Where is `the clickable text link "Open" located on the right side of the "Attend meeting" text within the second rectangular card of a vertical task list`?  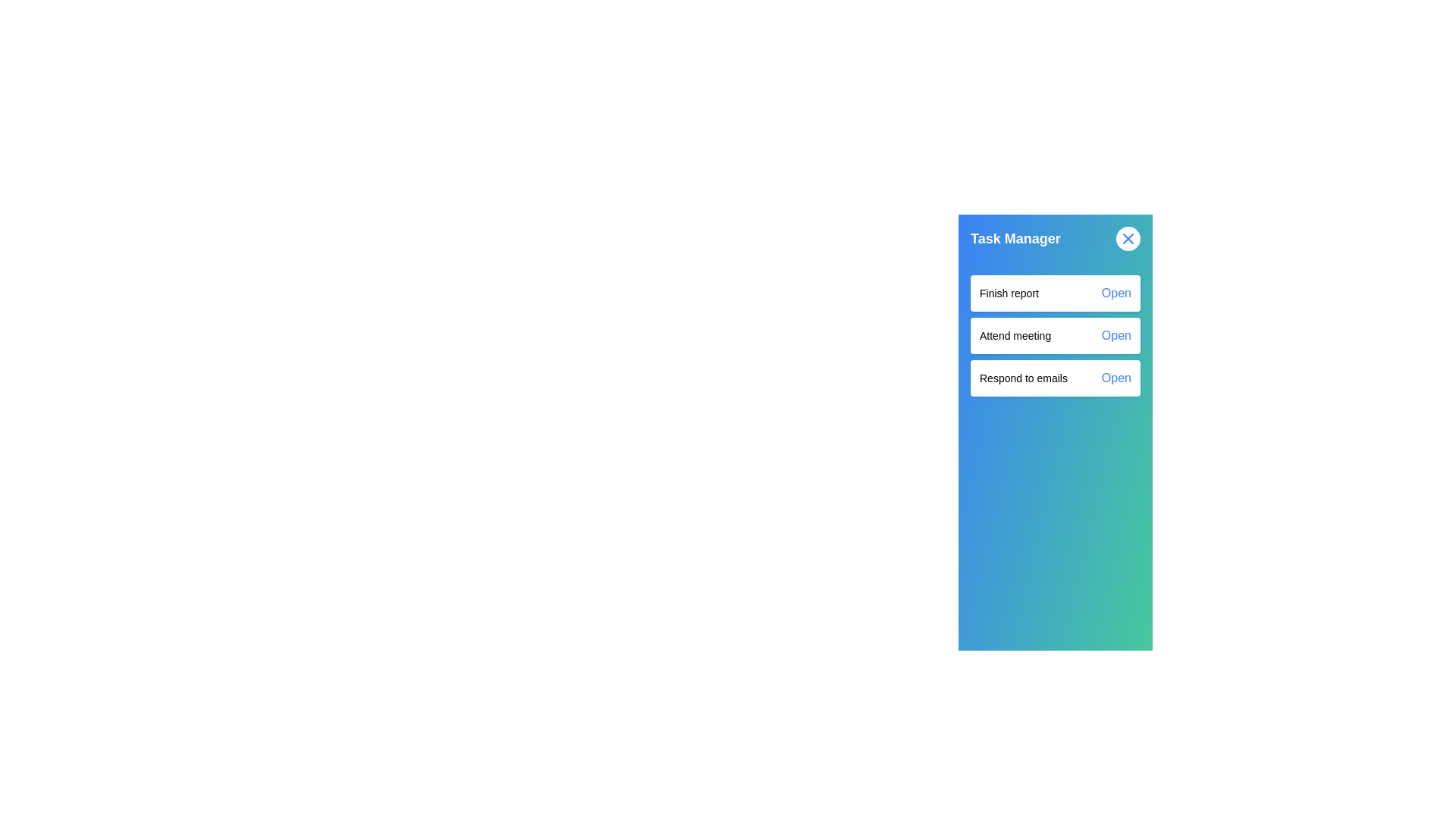 the clickable text link "Open" located on the right side of the "Attend meeting" text within the second rectangular card of a vertical task list is located at coordinates (1116, 335).